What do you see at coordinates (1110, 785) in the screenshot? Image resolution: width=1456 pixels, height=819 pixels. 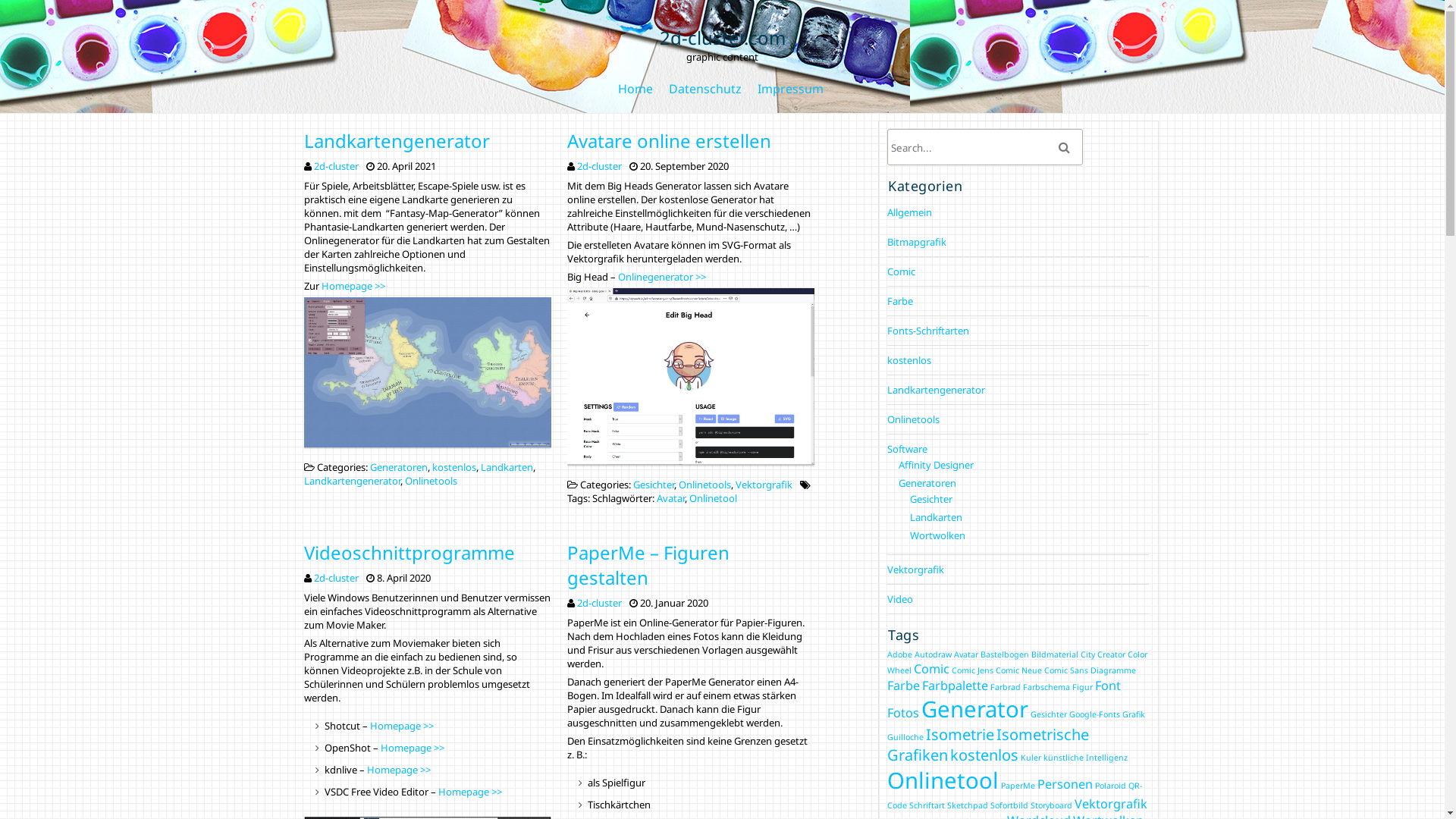 I see `'Polaroid'` at bounding box center [1110, 785].